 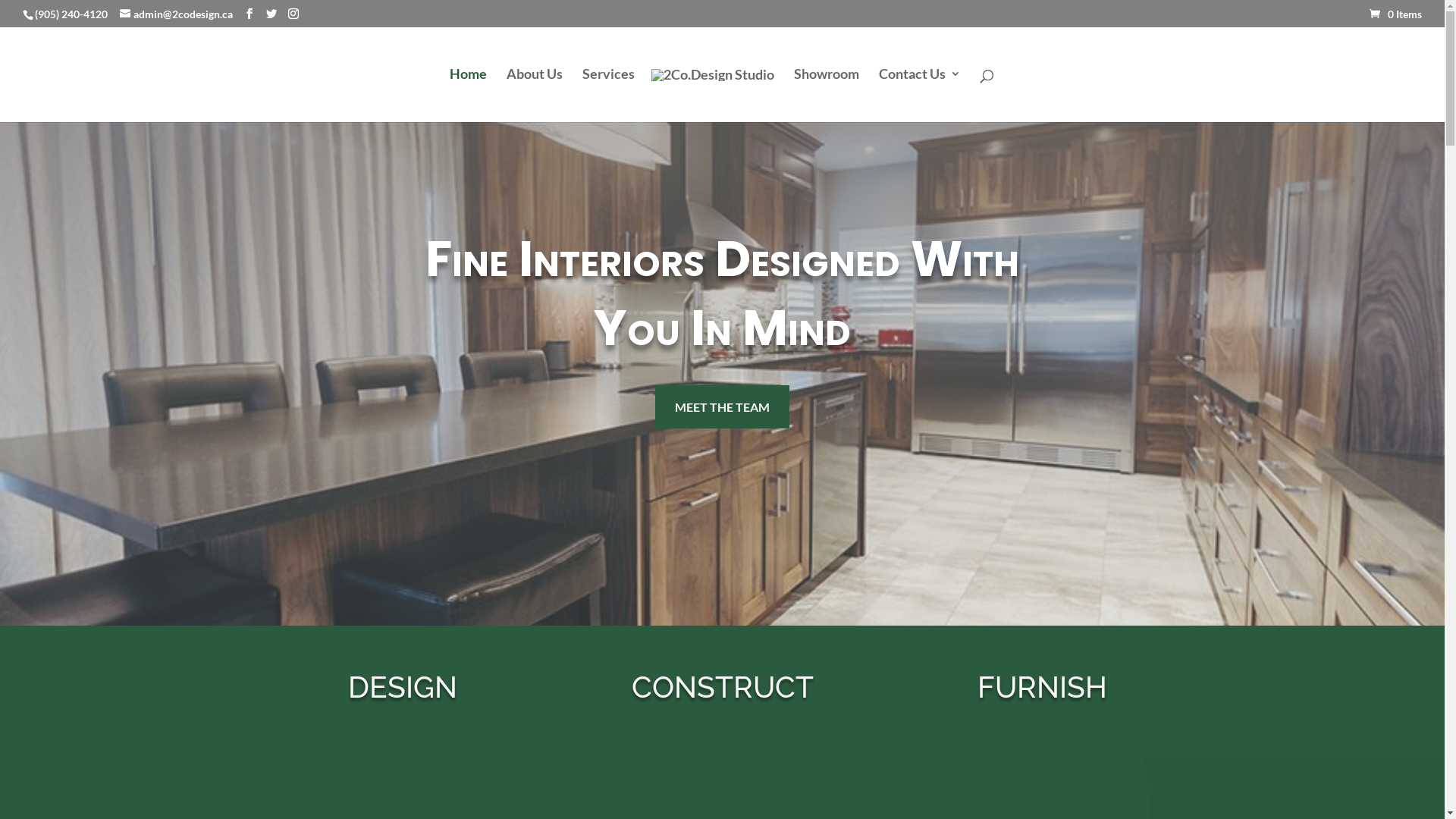 I want to click on 'Contact Us', so click(x=877, y=93).